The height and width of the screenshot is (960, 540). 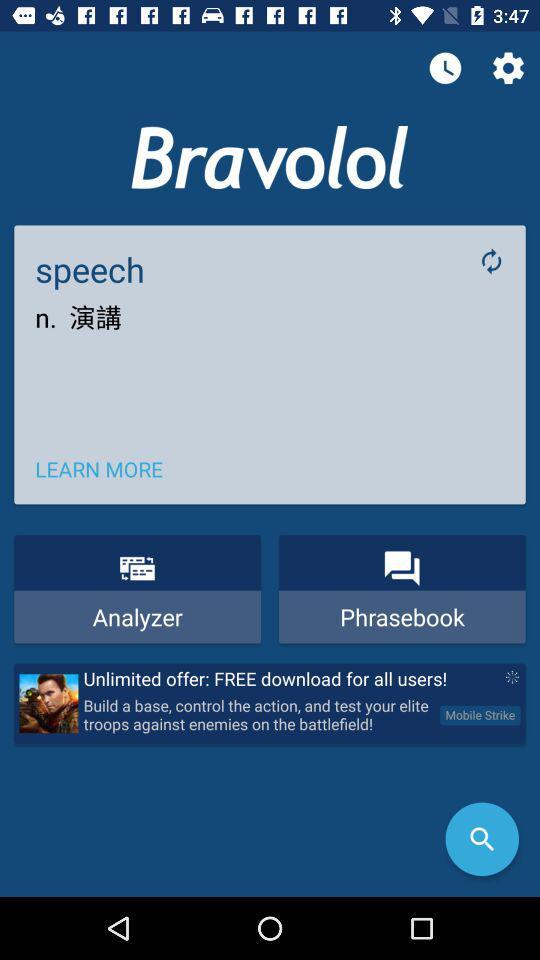 What do you see at coordinates (481, 839) in the screenshot?
I see `the search icon` at bounding box center [481, 839].